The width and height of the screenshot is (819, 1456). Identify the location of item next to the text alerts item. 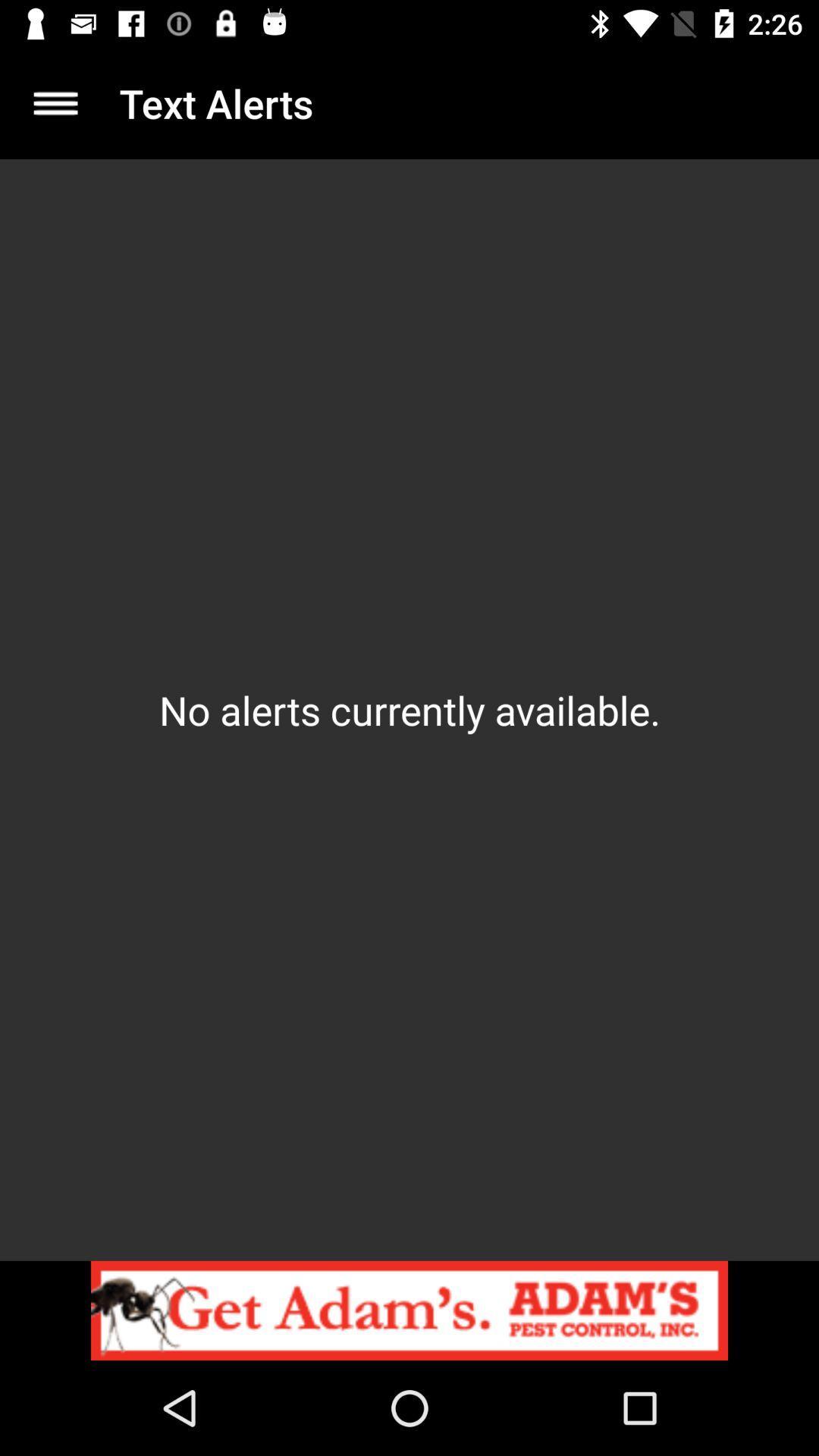
(55, 102).